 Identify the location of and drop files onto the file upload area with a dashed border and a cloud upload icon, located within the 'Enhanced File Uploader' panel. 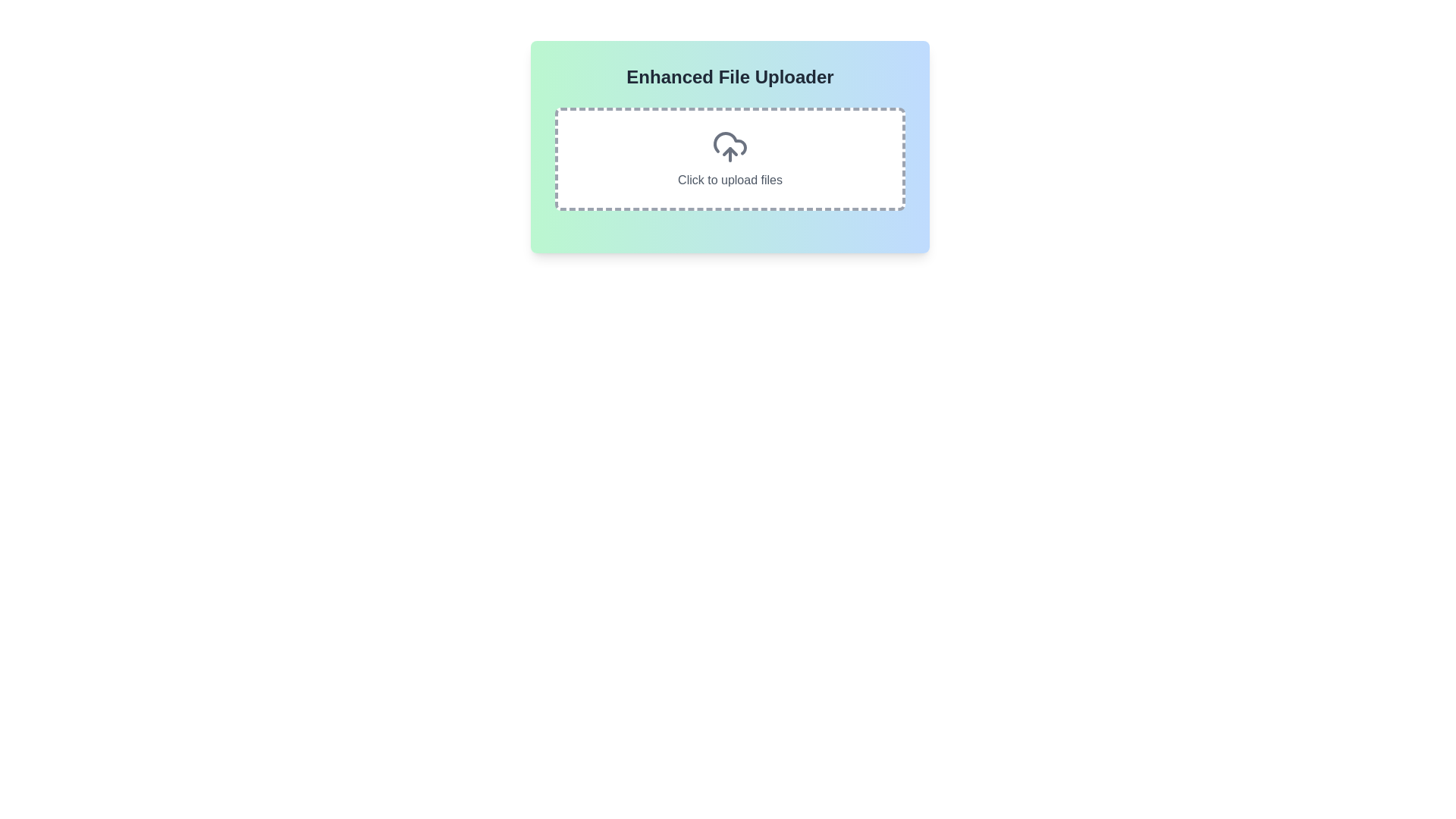
(730, 158).